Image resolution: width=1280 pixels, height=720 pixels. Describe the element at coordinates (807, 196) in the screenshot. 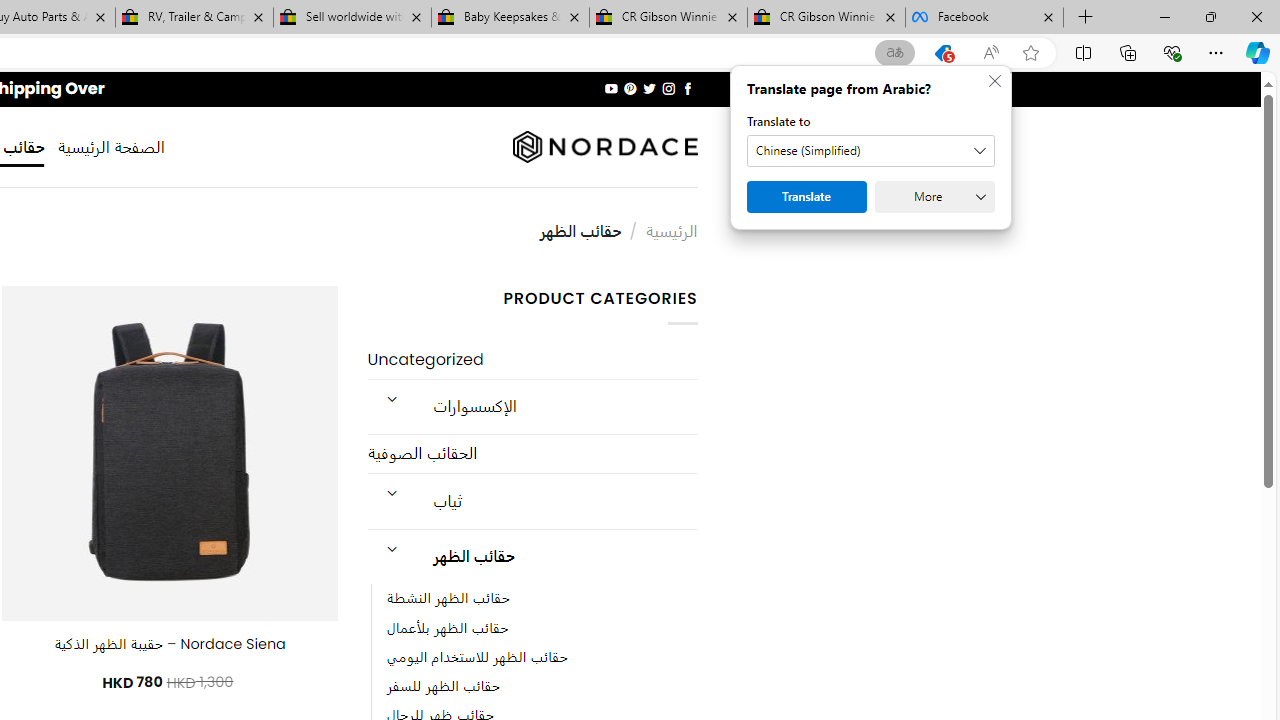

I see `'Translate'` at that location.